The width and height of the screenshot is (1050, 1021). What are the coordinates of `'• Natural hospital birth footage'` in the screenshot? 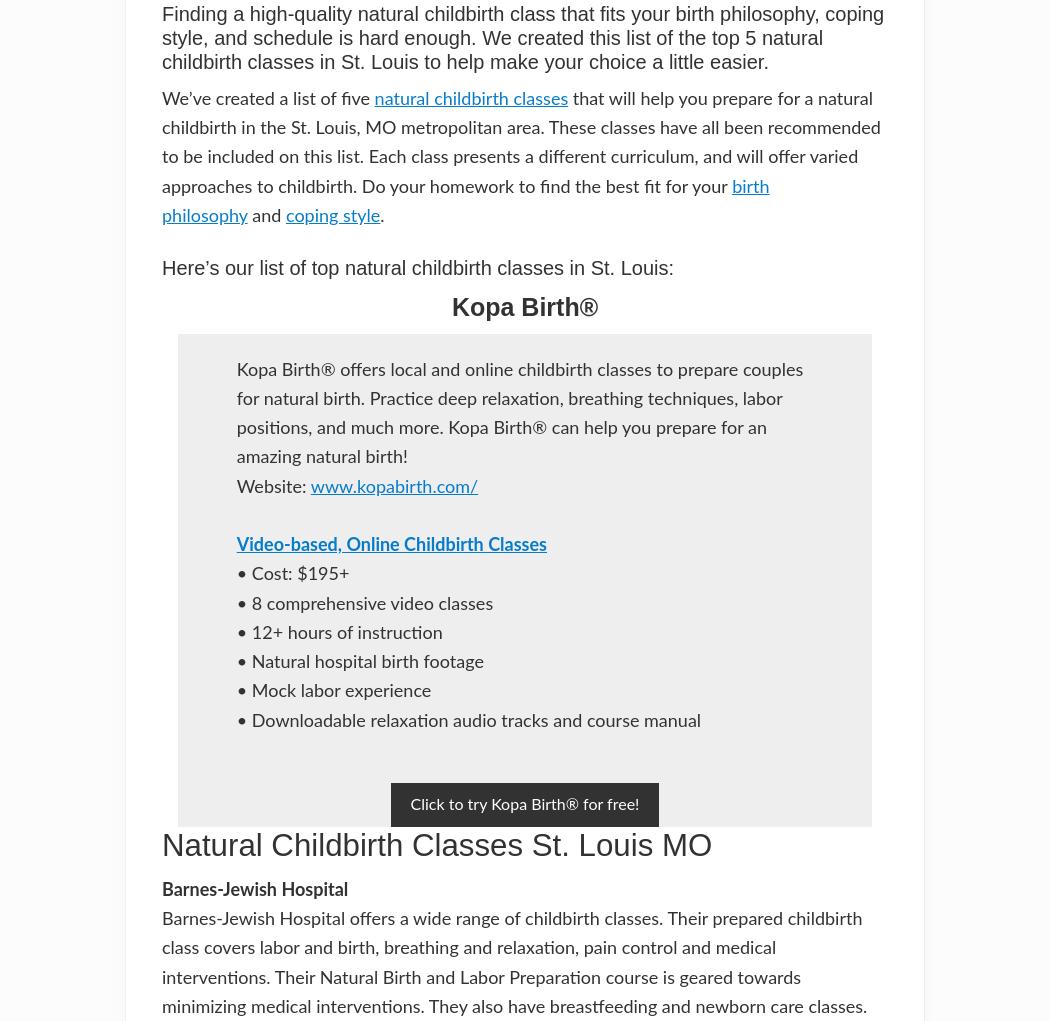 It's located at (358, 662).